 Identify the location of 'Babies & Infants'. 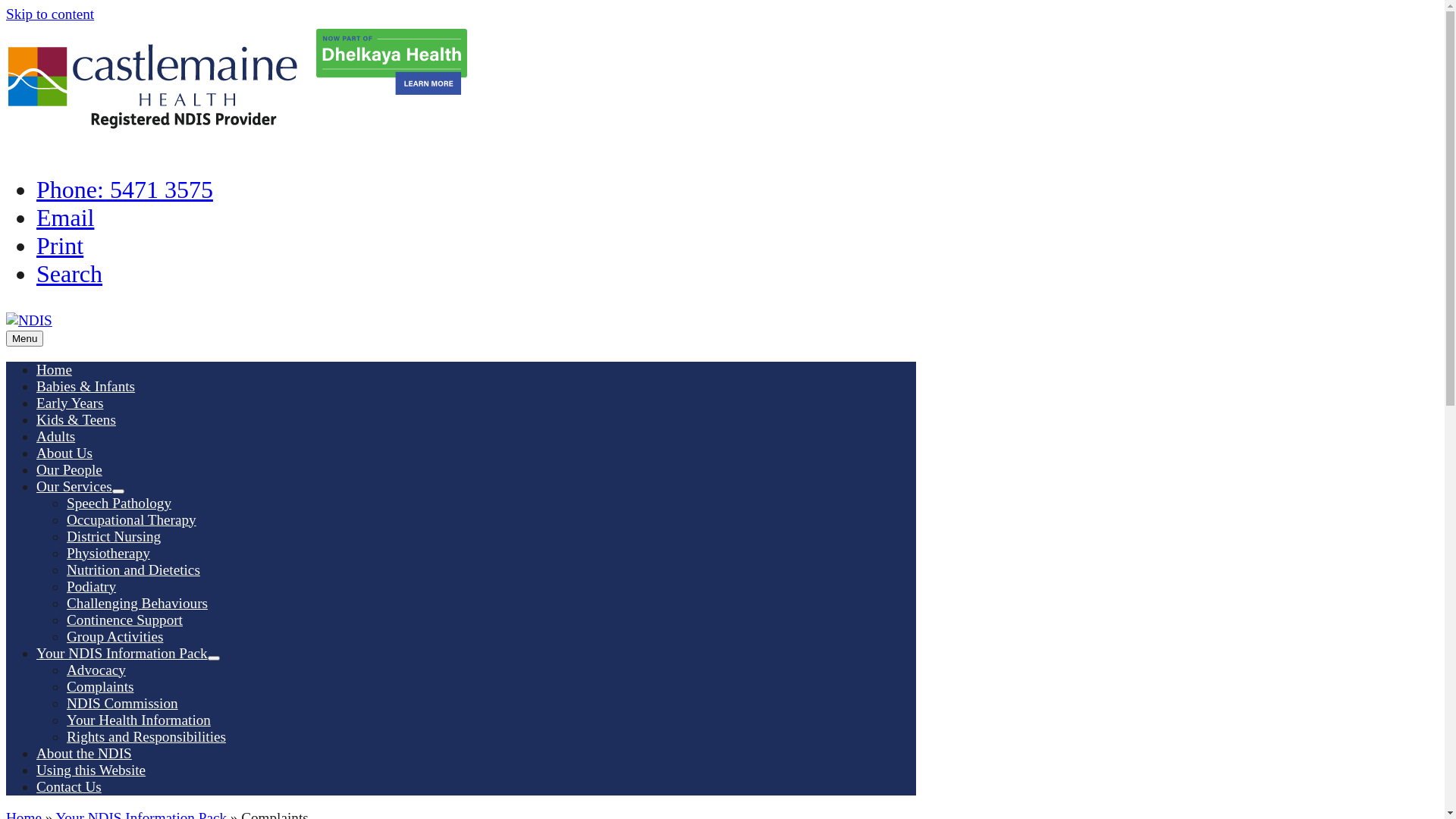
(85, 385).